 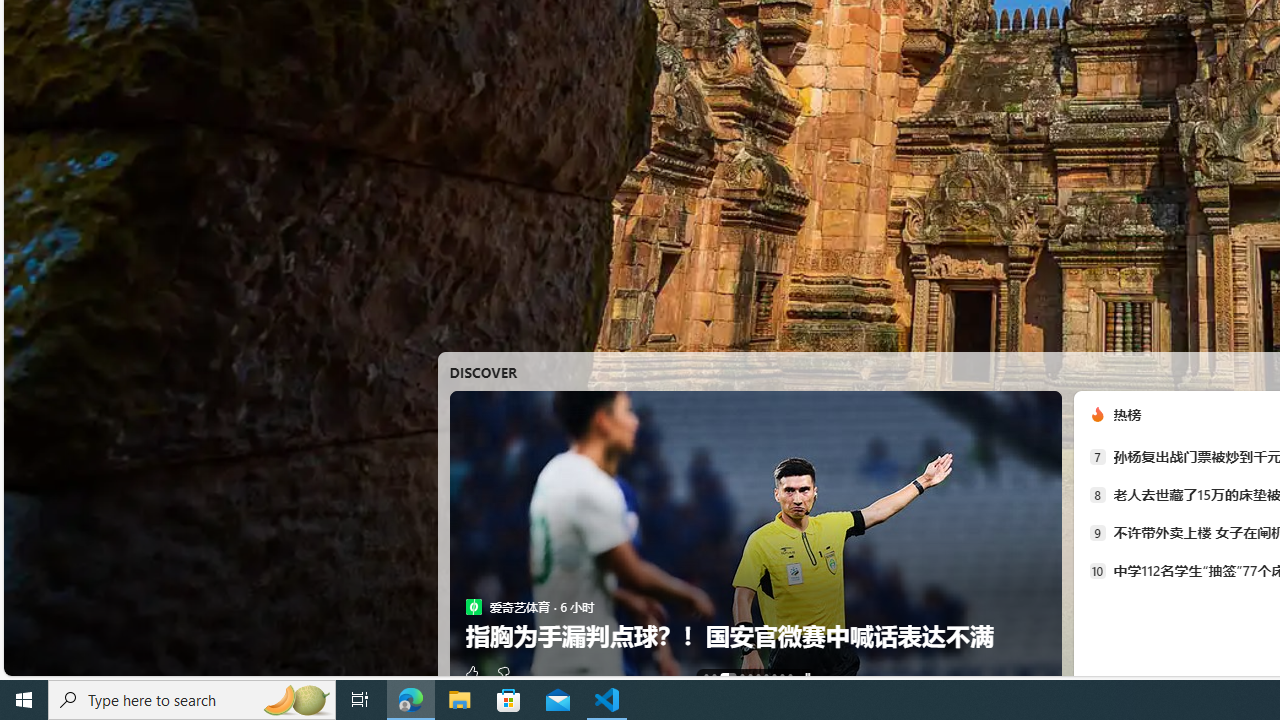 What do you see at coordinates (705, 675) in the screenshot?
I see `'AutomationID: tab-0'` at bounding box center [705, 675].